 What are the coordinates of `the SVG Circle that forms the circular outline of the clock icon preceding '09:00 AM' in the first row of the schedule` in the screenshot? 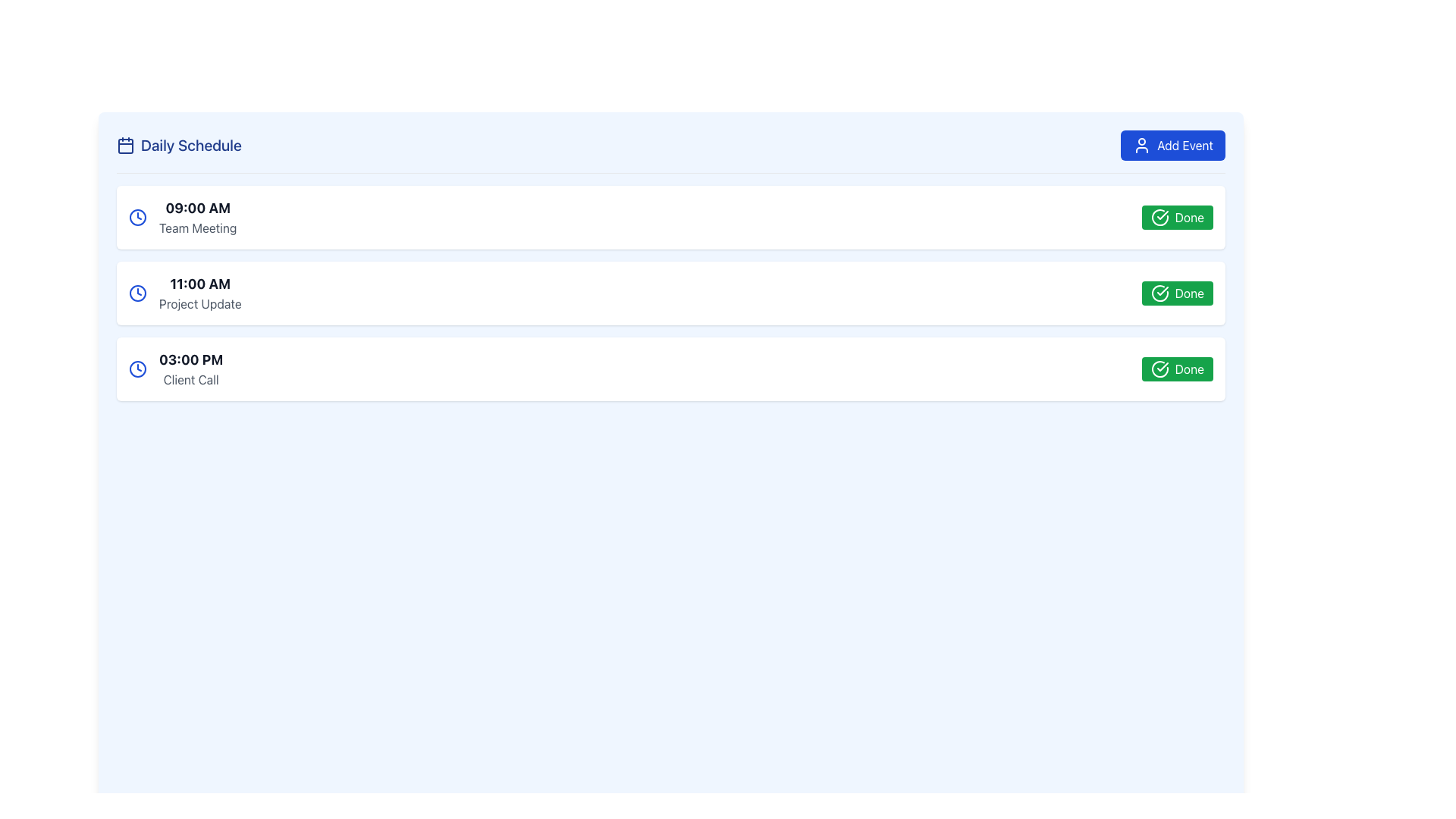 It's located at (138, 217).